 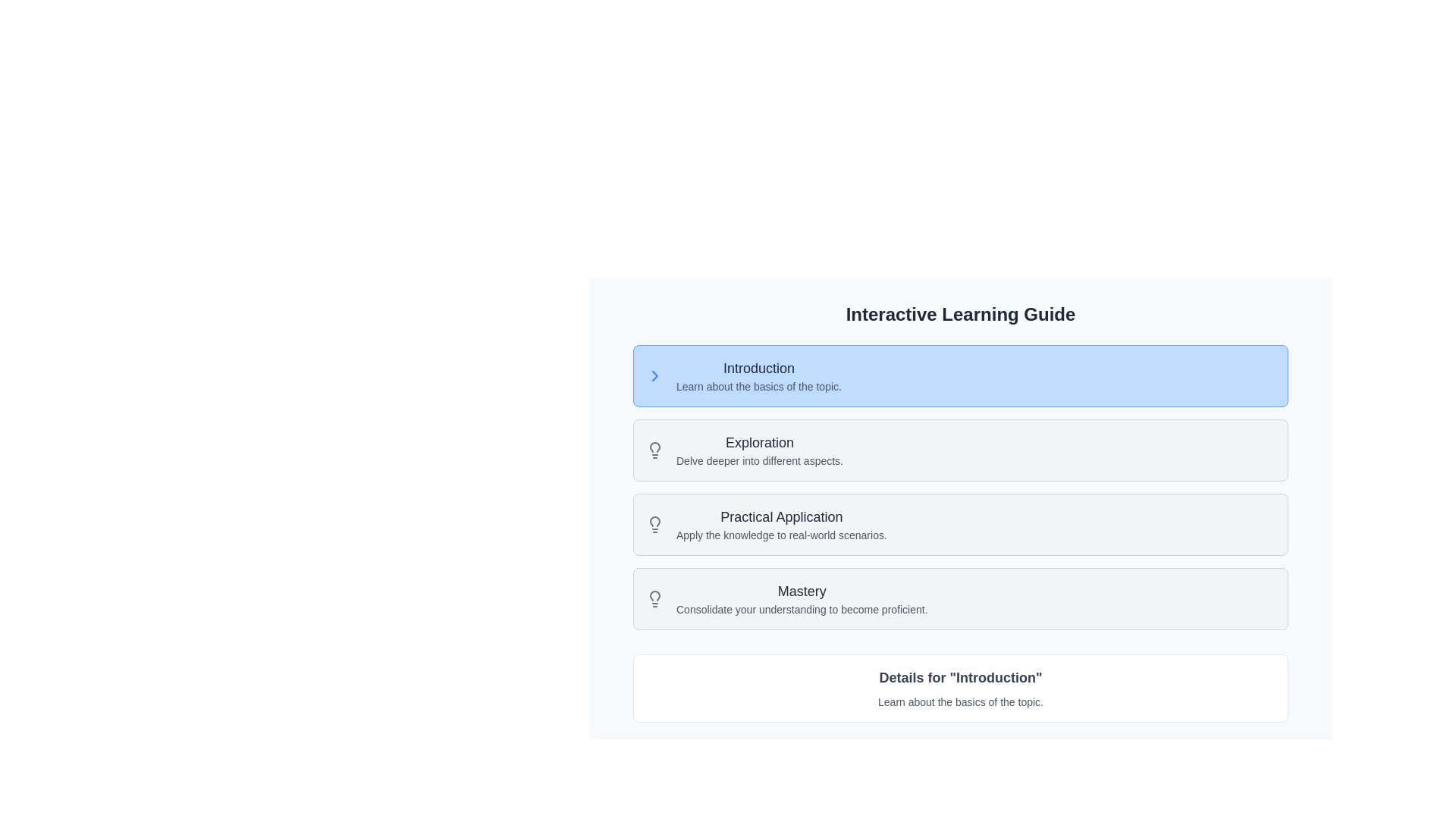 I want to click on the rightward arrow icon with a blue stroke color located in the 'Introduction' section of the 'Interactive Learning Guide' interface, so click(x=655, y=375).